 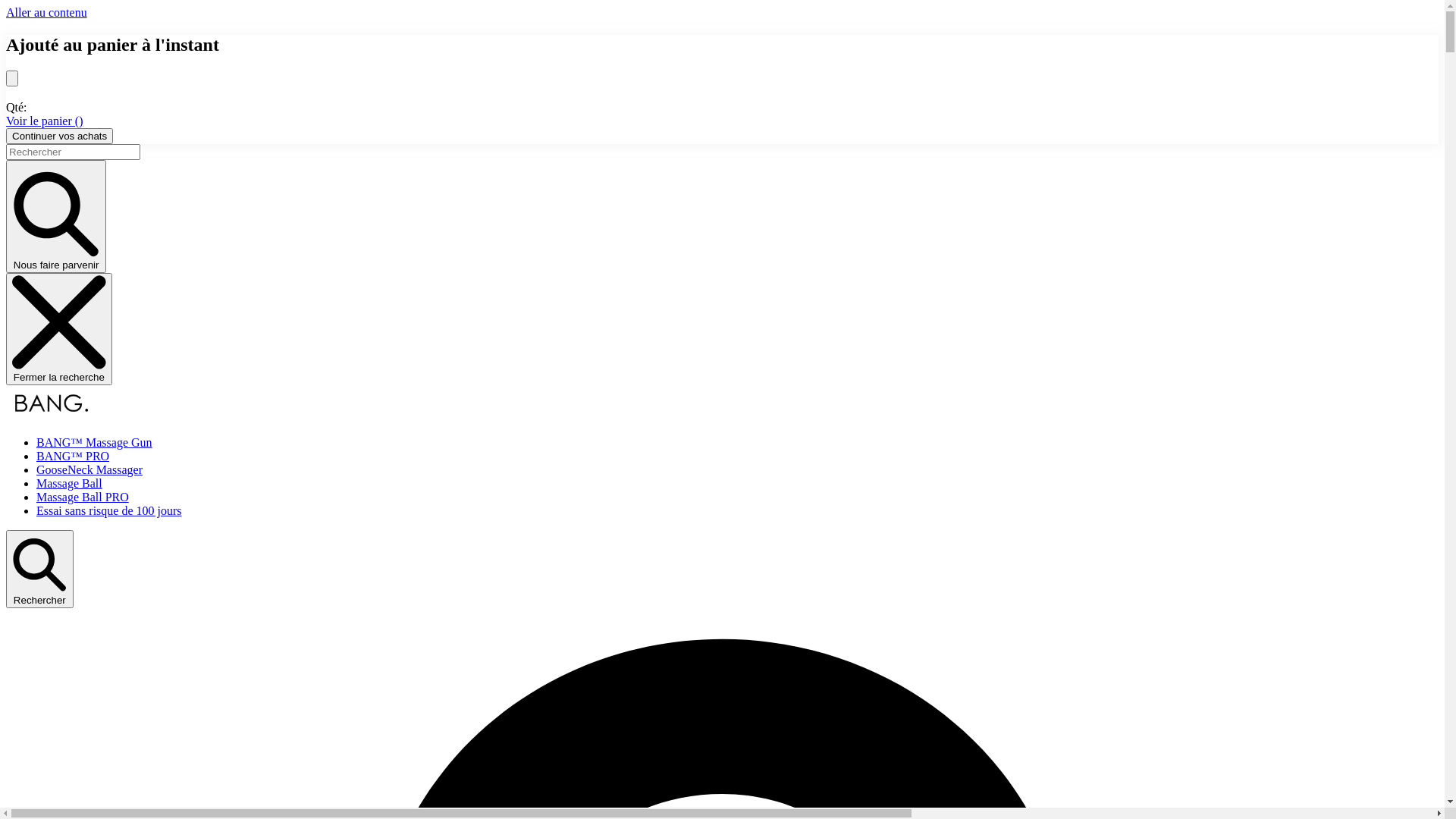 I want to click on 'Voir le panier ()', so click(x=44, y=120).